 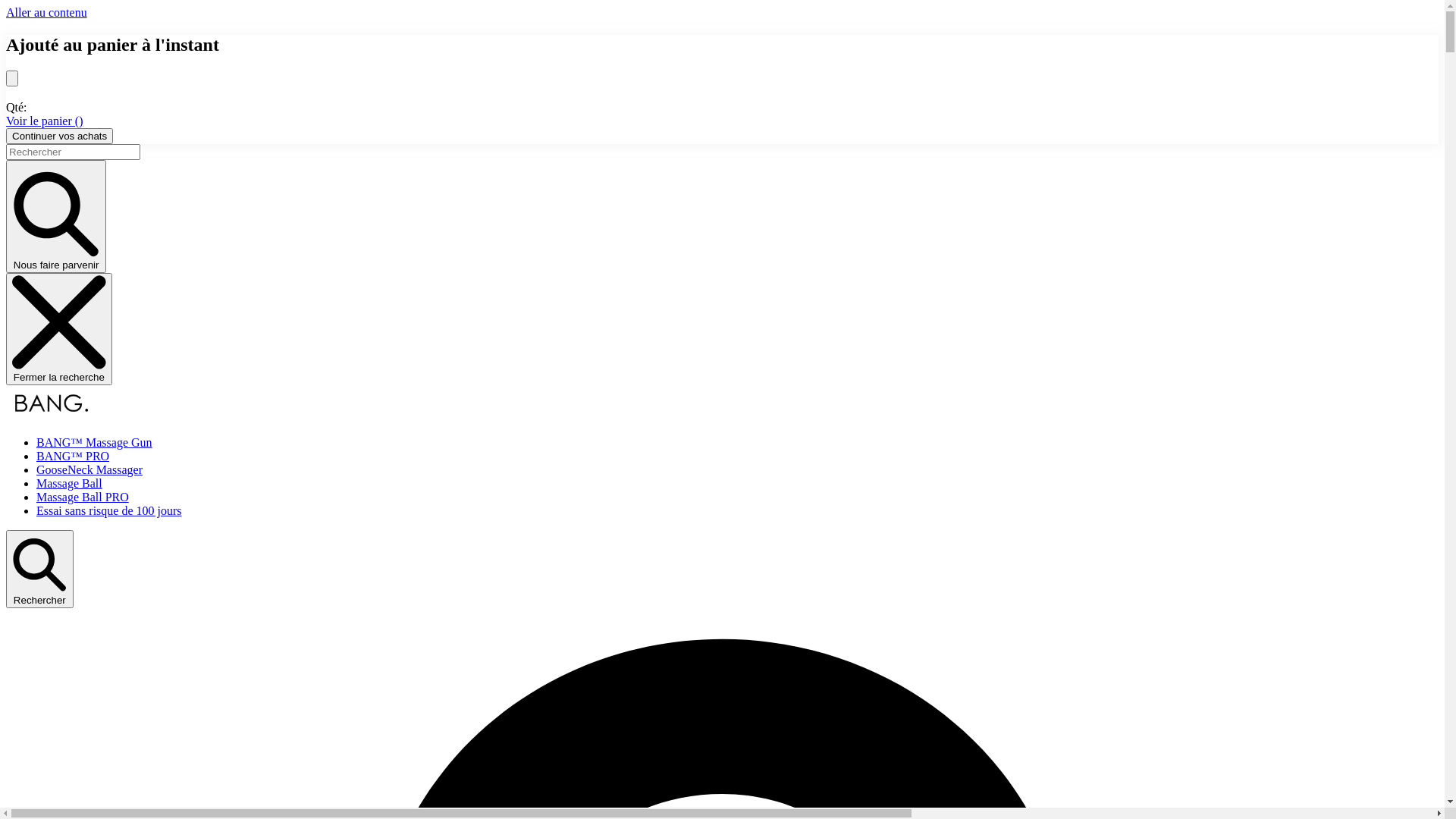 I want to click on 'Voir le panier ()', so click(x=44, y=120).